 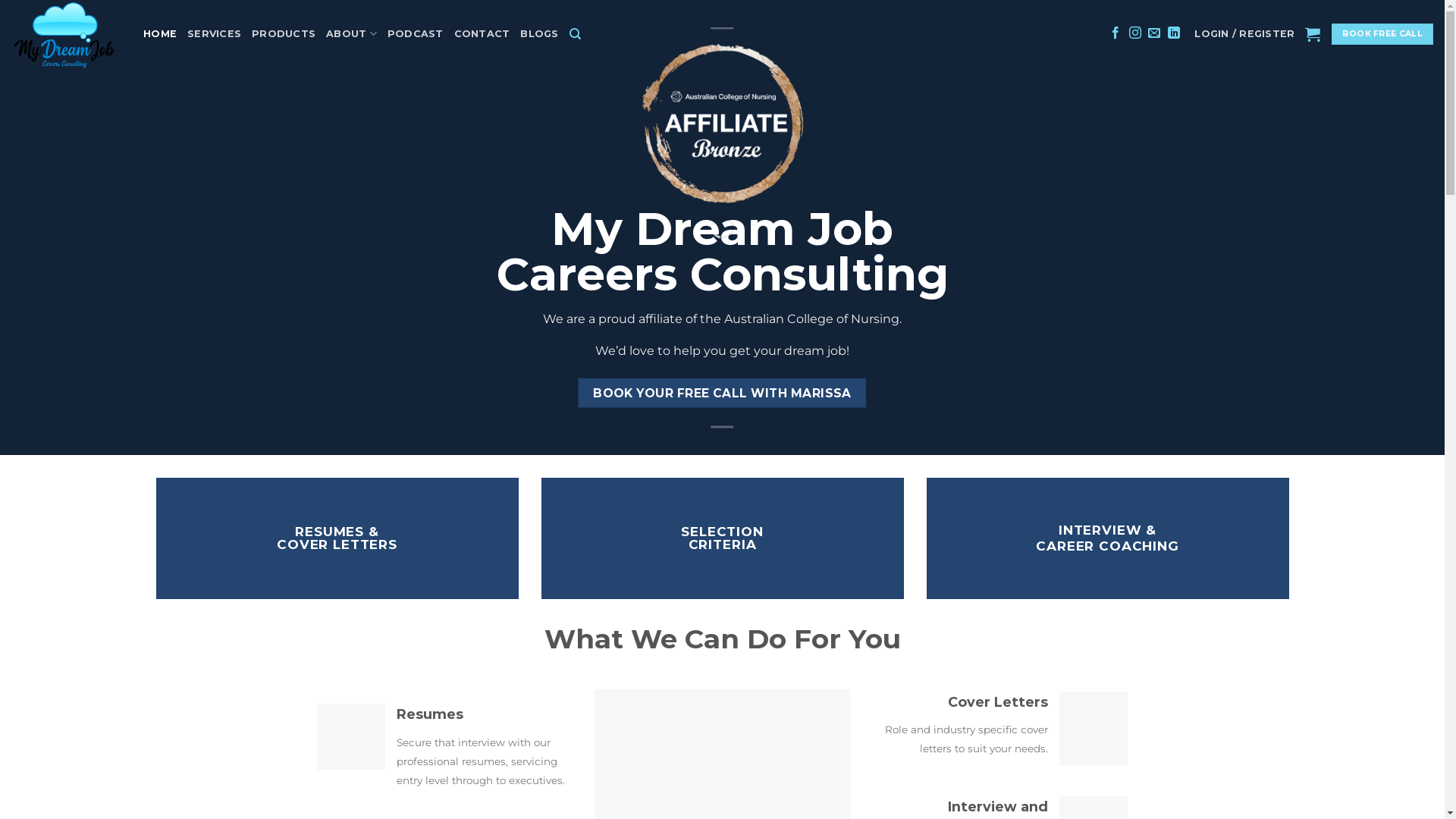 What do you see at coordinates (64, 34) in the screenshot?
I see `'My Dream Job Careers Consulting - Resume Writer'` at bounding box center [64, 34].